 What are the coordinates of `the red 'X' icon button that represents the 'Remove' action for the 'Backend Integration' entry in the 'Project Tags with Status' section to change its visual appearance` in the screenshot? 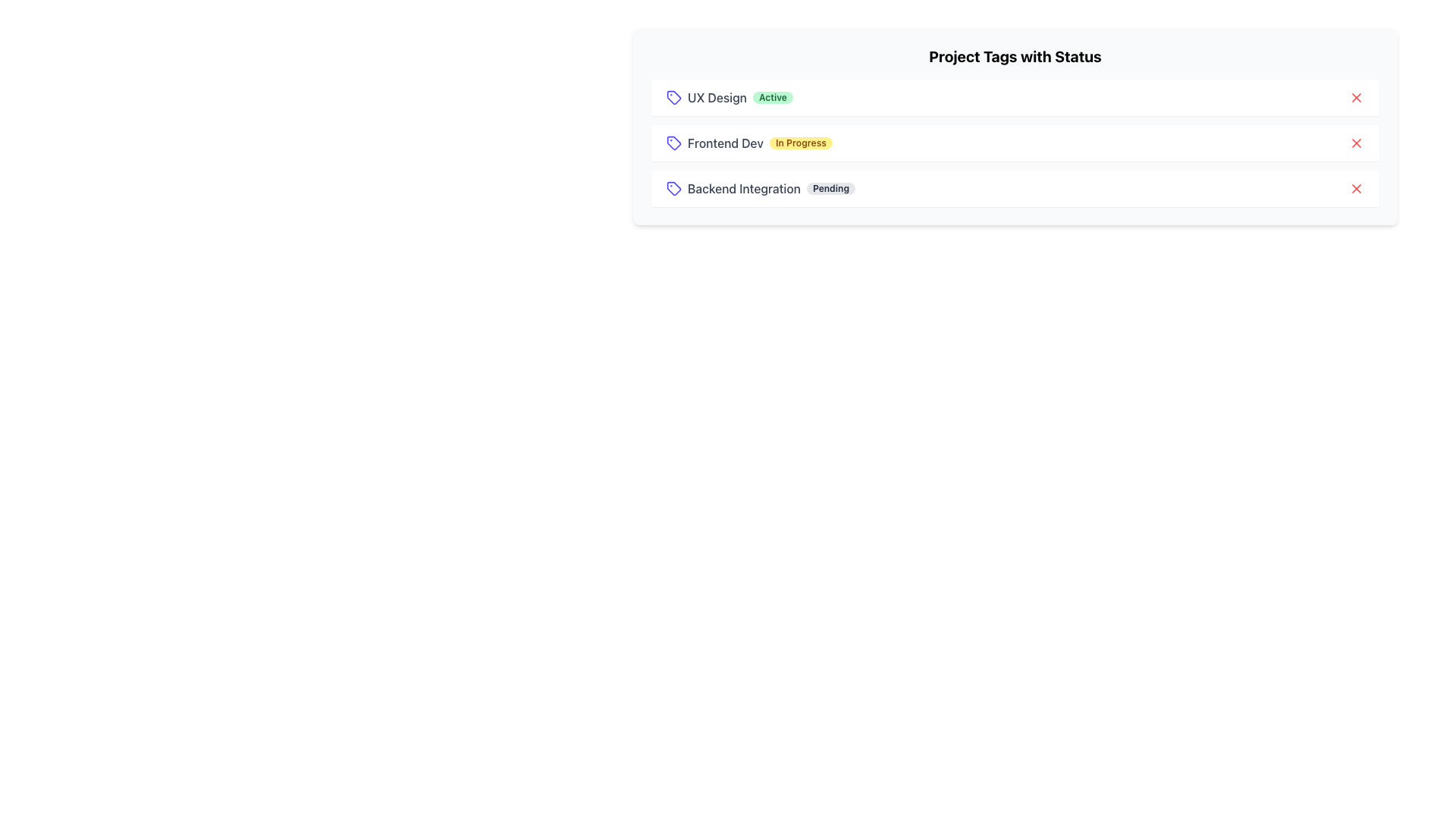 It's located at (1357, 188).